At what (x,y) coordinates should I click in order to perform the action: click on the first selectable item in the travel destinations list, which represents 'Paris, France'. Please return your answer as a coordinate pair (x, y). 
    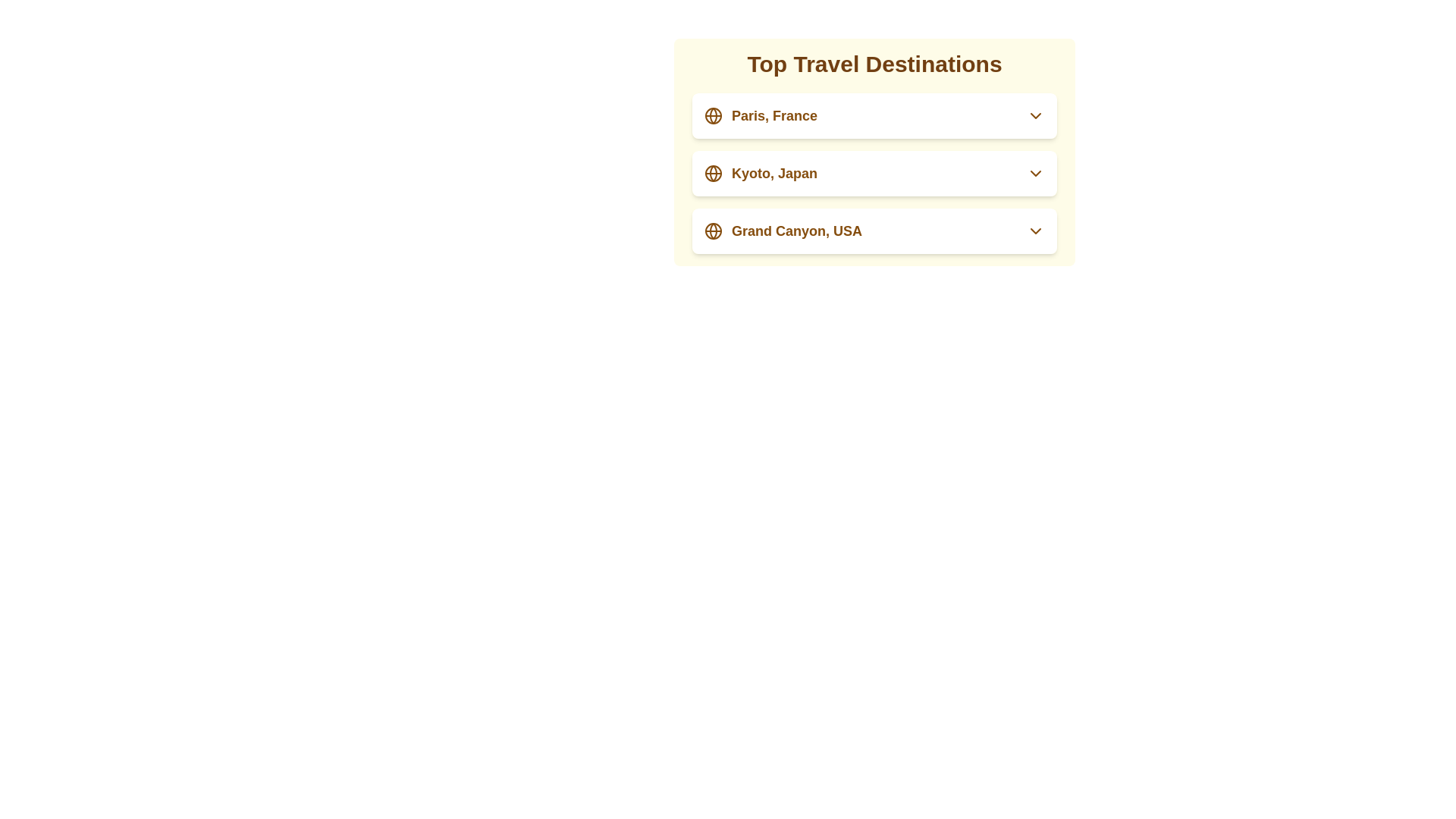
    Looking at the image, I should click on (874, 115).